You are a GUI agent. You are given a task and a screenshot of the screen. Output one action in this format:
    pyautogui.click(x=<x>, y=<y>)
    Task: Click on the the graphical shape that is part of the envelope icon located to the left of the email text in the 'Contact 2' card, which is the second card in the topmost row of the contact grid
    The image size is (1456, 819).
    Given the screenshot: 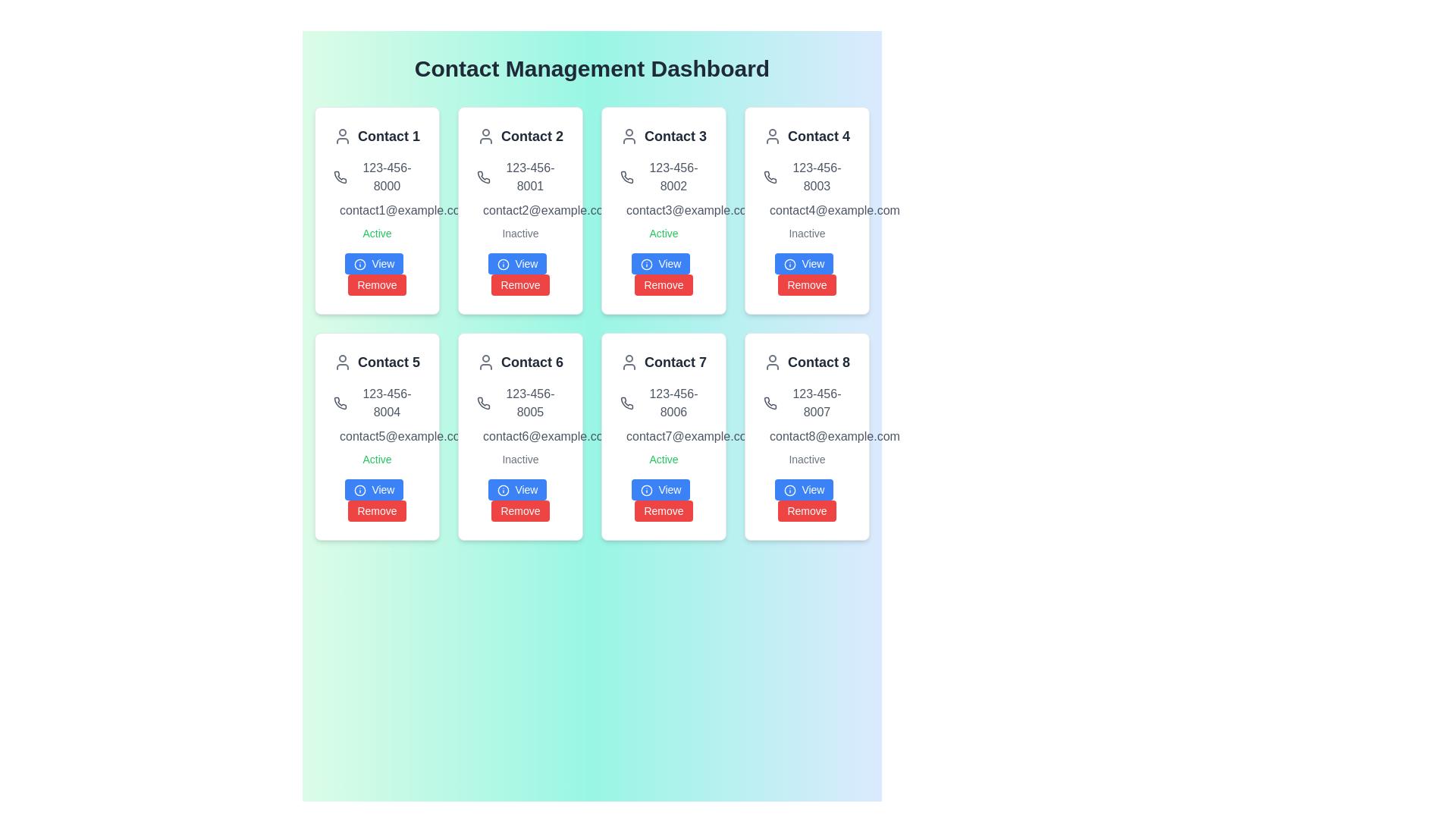 What is the action you would take?
    pyautogui.click(x=486, y=212)
    